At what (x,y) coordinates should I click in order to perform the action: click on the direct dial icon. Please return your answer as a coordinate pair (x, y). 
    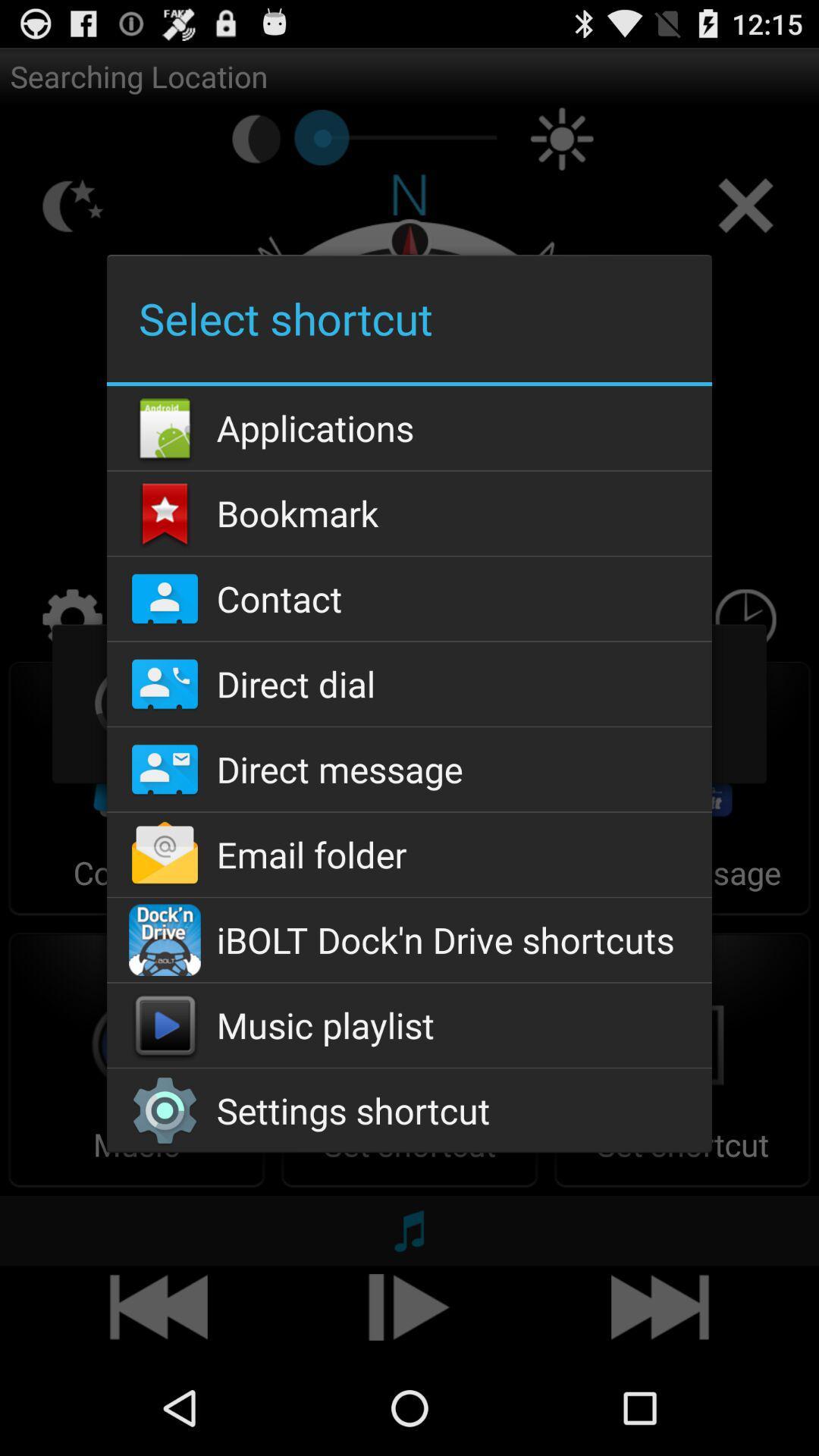
    Looking at the image, I should click on (409, 683).